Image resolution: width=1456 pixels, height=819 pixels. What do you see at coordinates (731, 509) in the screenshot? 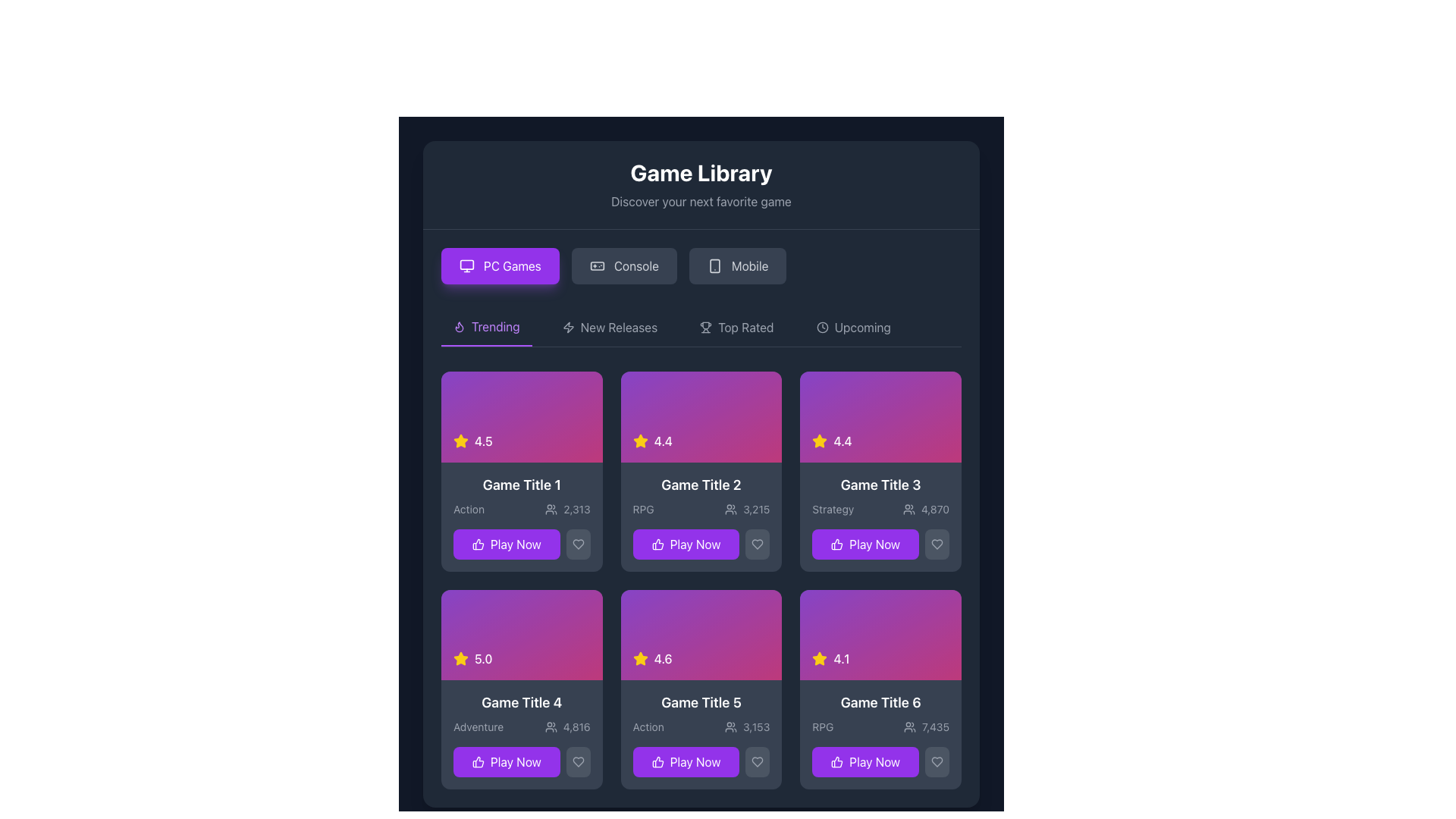
I see `the user metrics icon associated with 'Game Title 2', which visually represents the number of users and is located in the second card of the game listing section` at bounding box center [731, 509].